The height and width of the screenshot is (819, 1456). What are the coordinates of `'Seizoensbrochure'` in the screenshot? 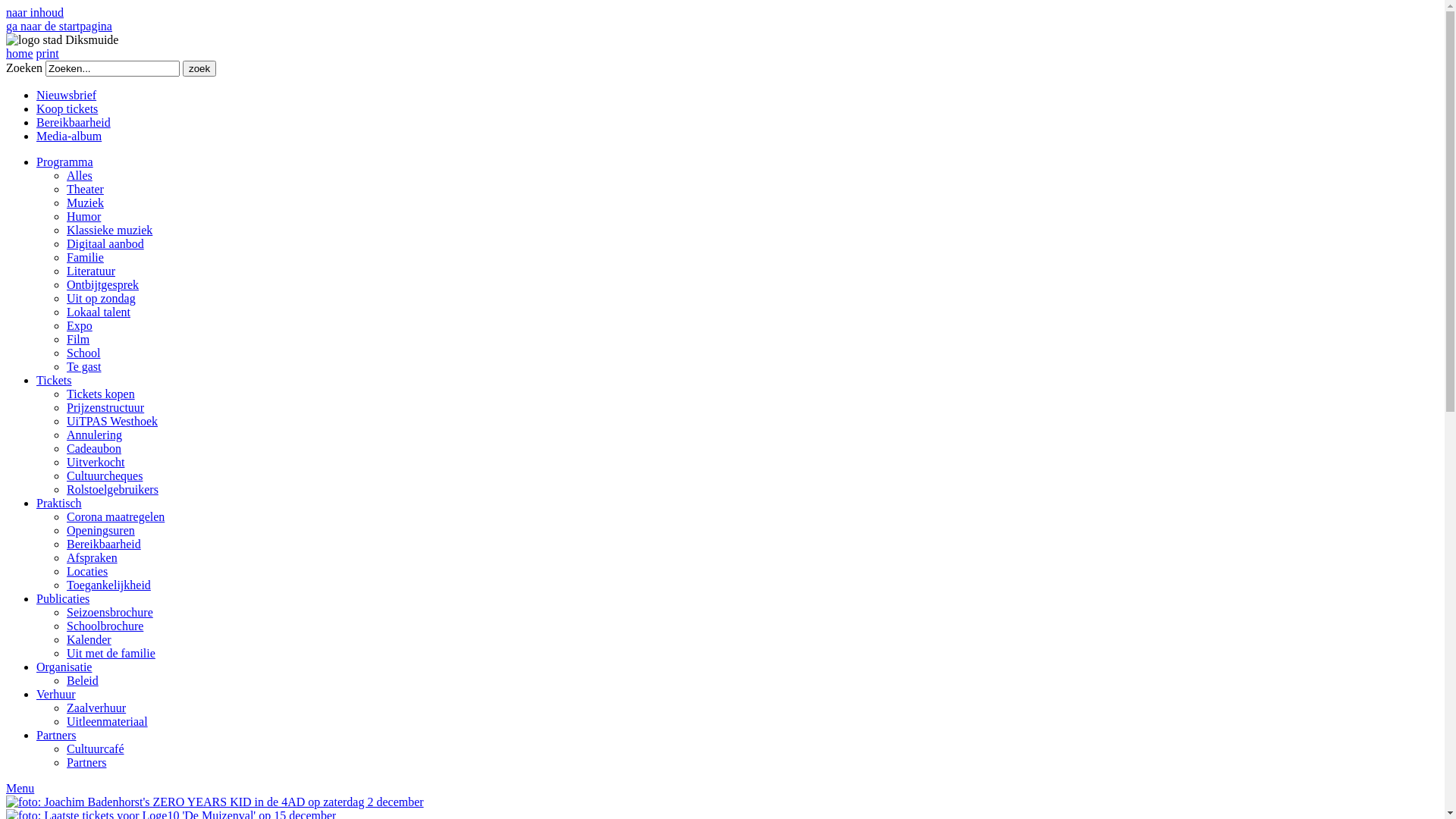 It's located at (108, 611).